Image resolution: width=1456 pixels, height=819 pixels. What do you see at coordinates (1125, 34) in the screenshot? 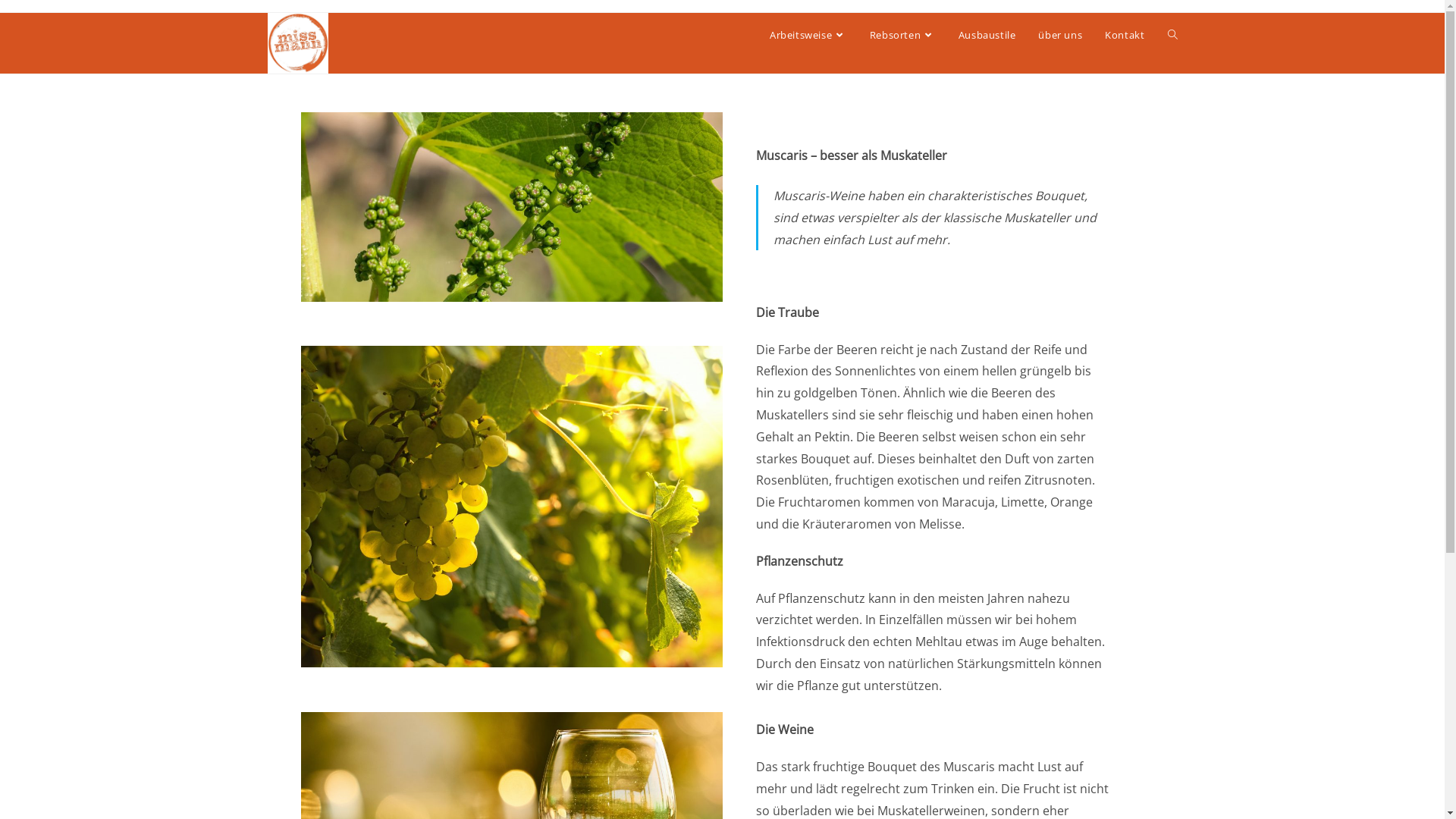
I see `'Kontakt'` at bounding box center [1125, 34].